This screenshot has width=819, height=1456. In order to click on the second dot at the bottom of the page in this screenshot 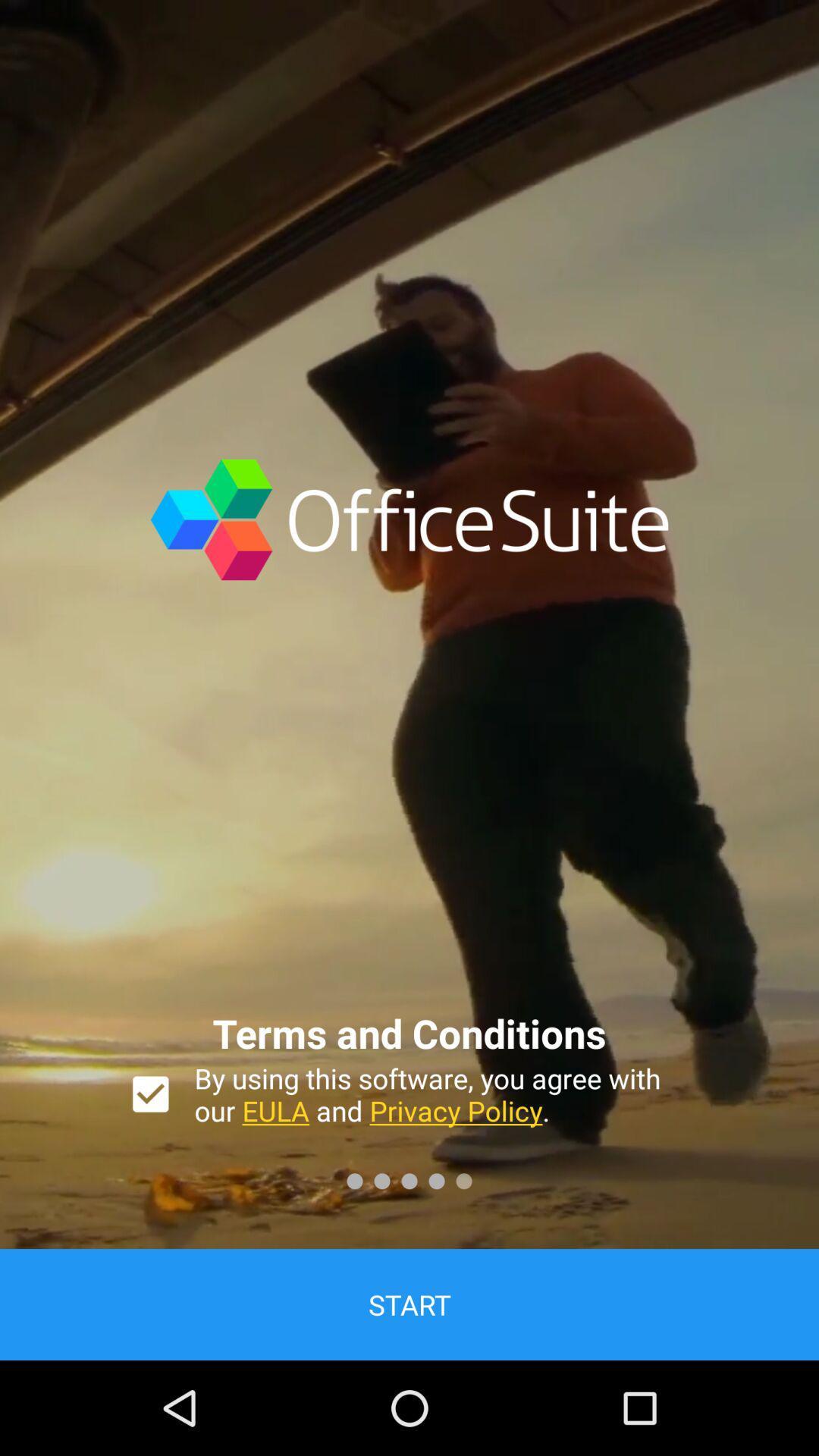, I will do `click(381, 1180)`.